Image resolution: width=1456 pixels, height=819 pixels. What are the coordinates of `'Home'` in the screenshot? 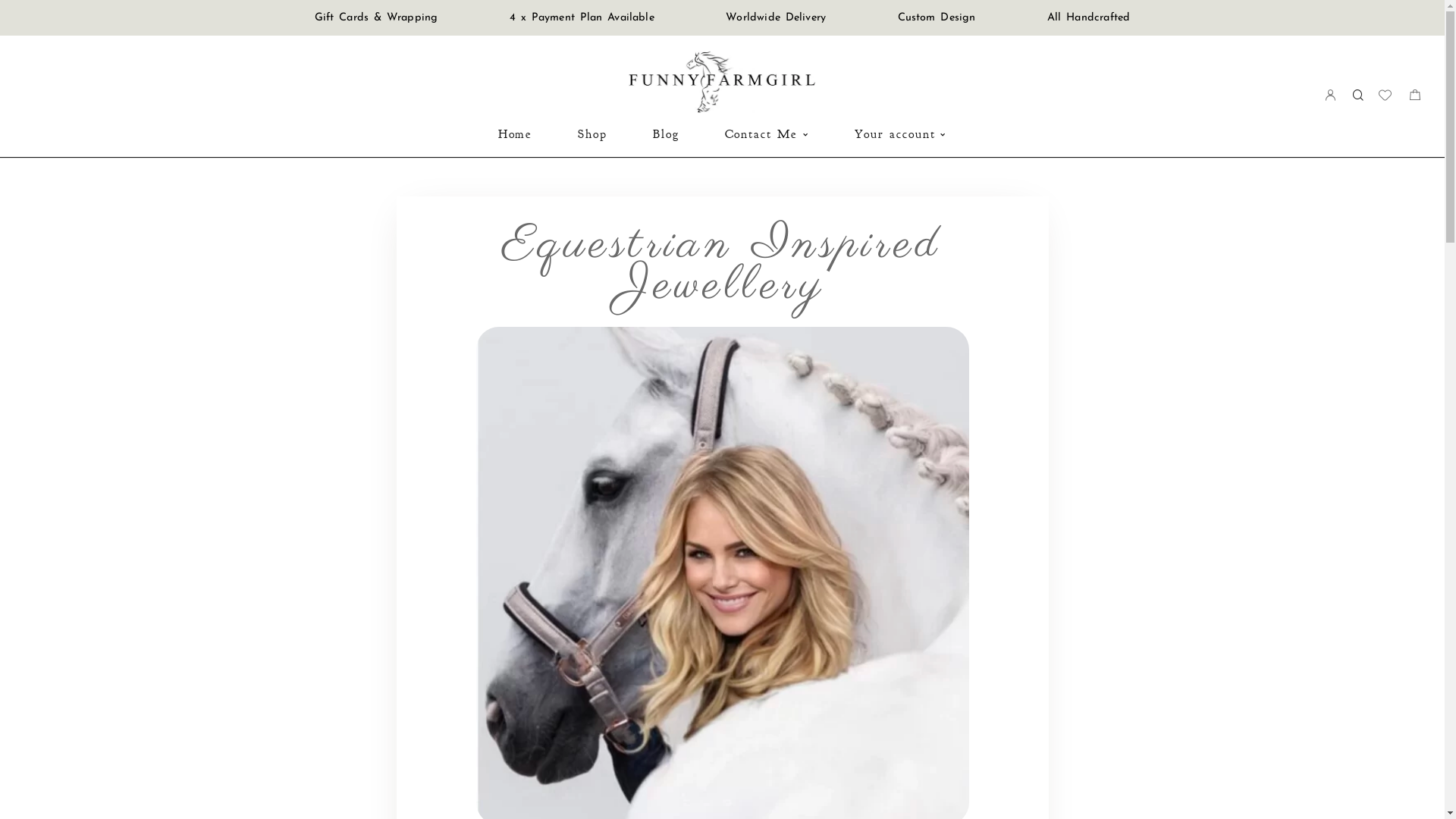 It's located at (516, 133).